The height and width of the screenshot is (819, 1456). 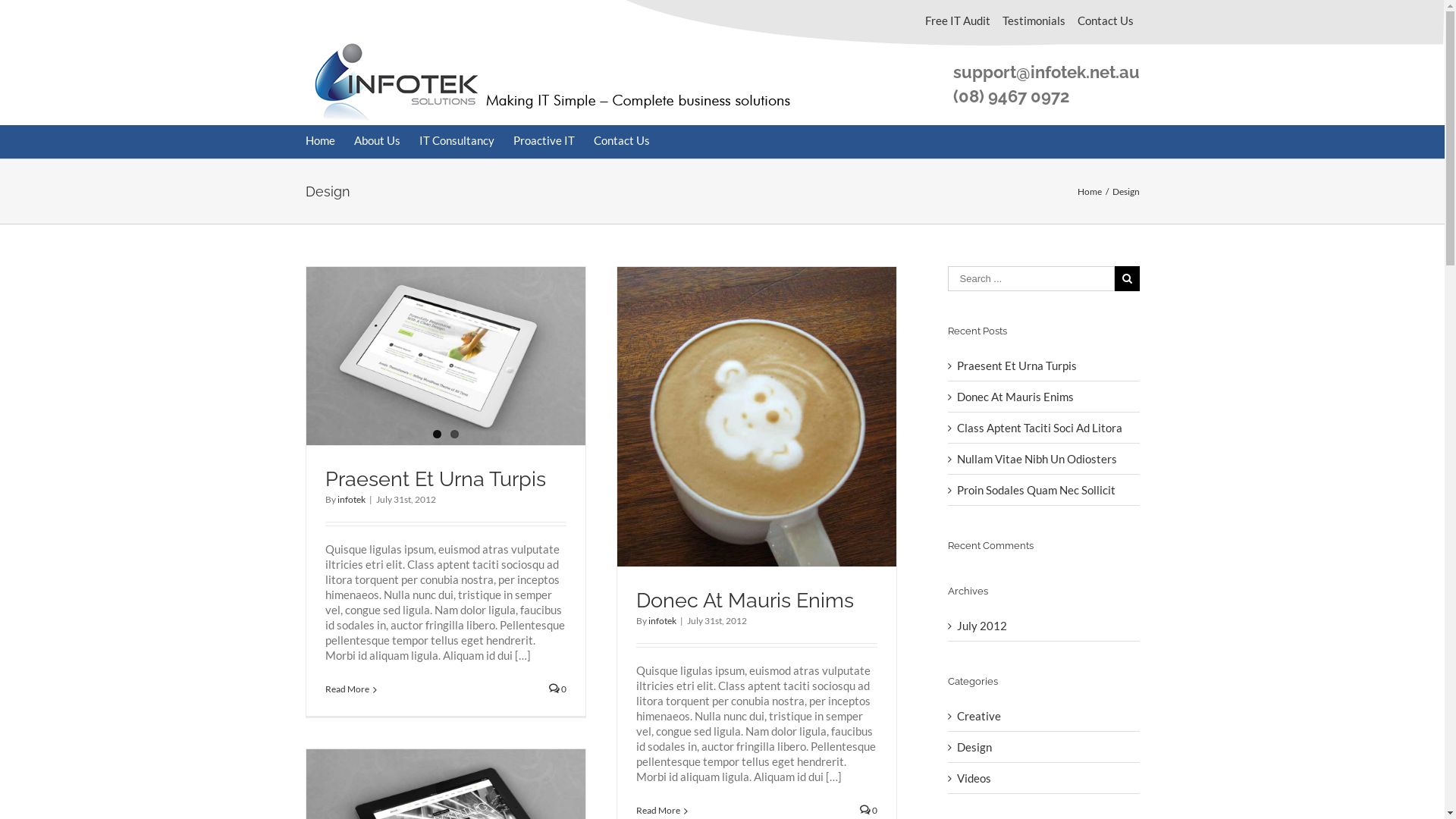 What do you see at coordinates (543, 141) in the screenshot?
I see `'Proactive IT'` at bounding box center [543, 141].